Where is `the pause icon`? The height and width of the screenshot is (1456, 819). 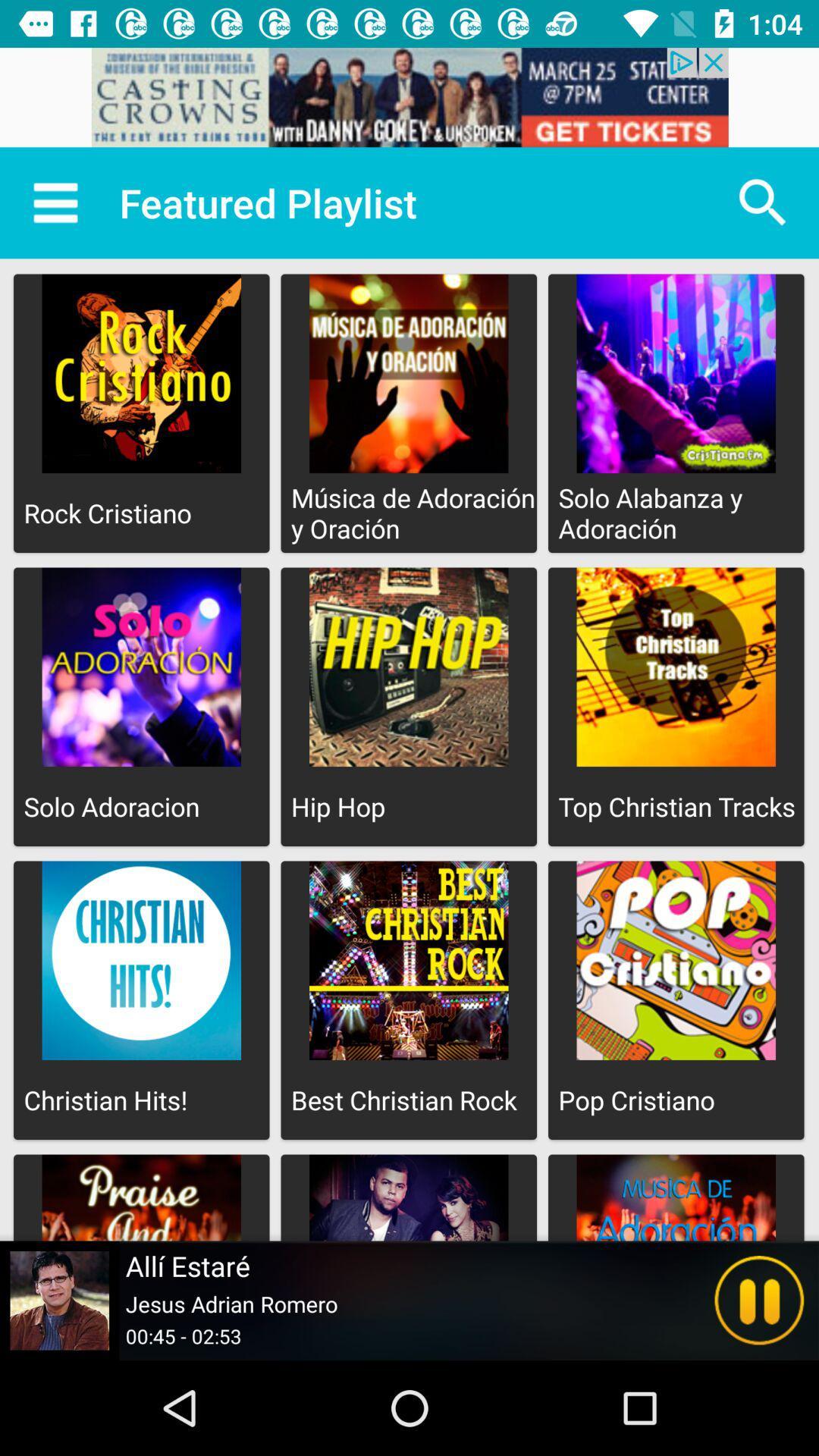
the pause icon is located at coordinates (759, 1300).